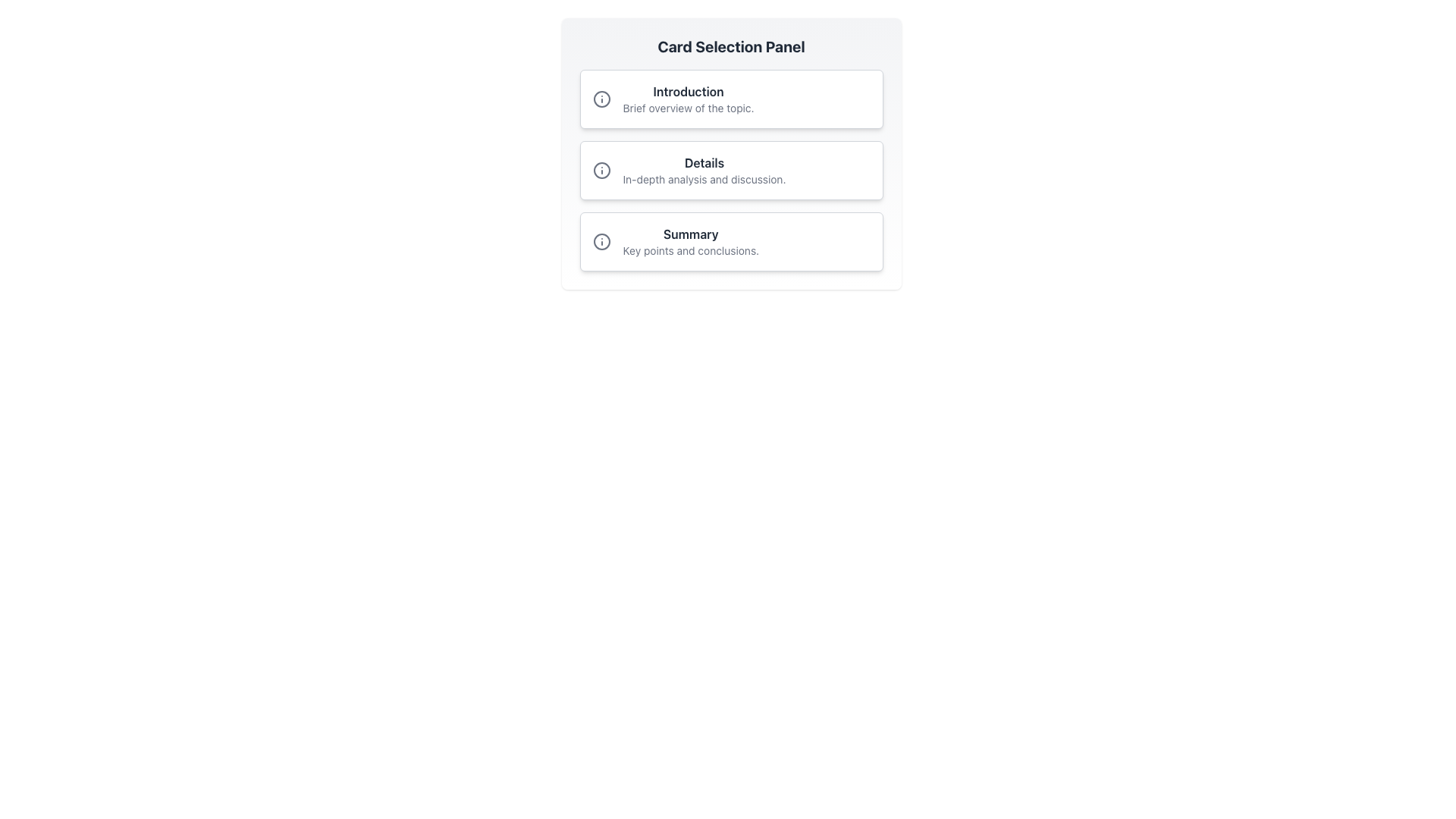 This screenshot has height=819, width=1456. Describe the element at coordinates (690, 250) in the screenshot. I see `the static text displaying 'Key points and conclusions.' which is styled in a smaller font size and light gray color, positioned beneath the bold 'Summary' header` at that location.